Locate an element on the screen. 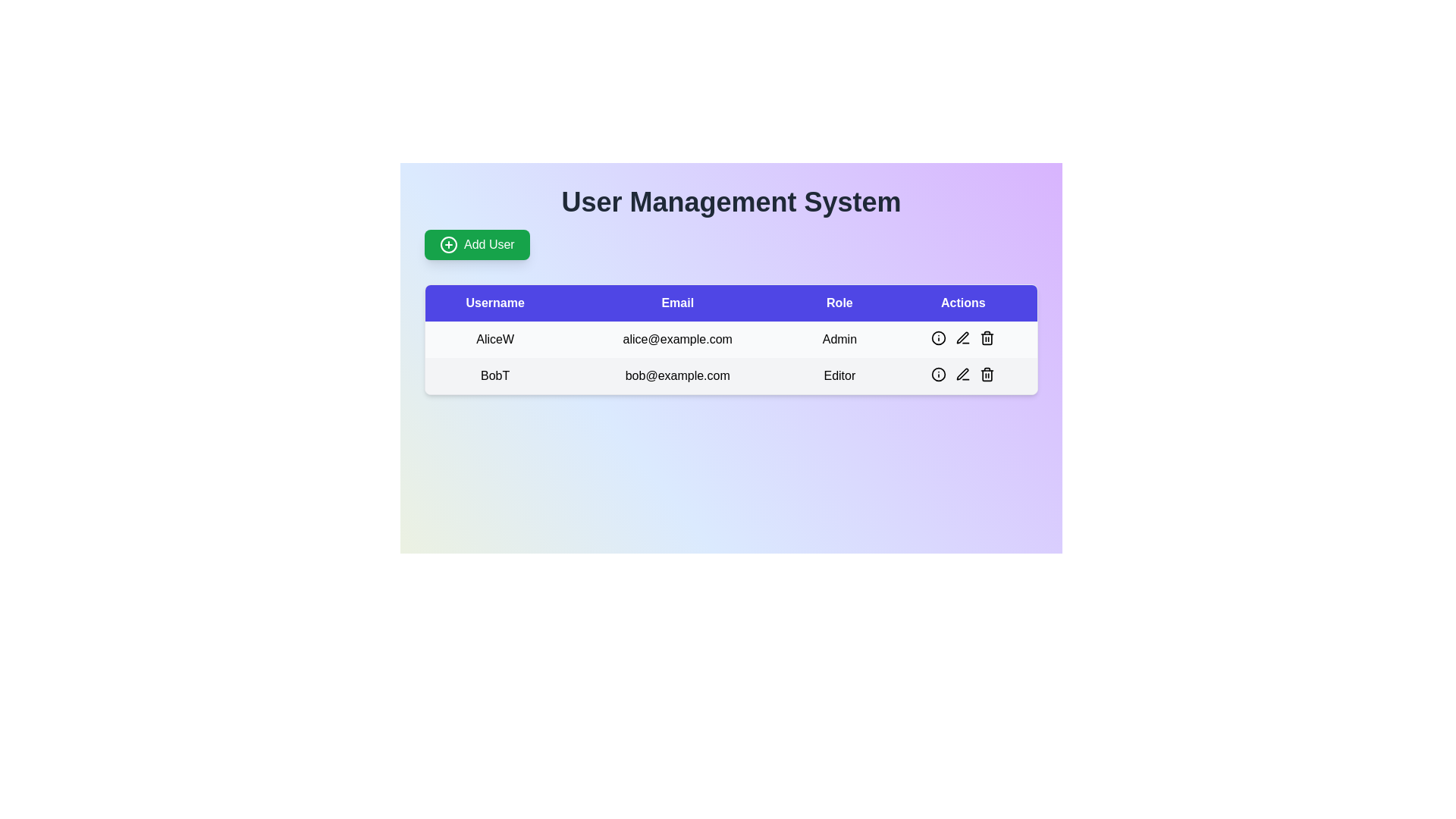 The width and height of the screenshot is (1456, 819). the non-interactive text display field that shows the email address associated with the user 'AliceW', located in the 'Email' column of the first row in the data table is located at coordinates (676, 338).